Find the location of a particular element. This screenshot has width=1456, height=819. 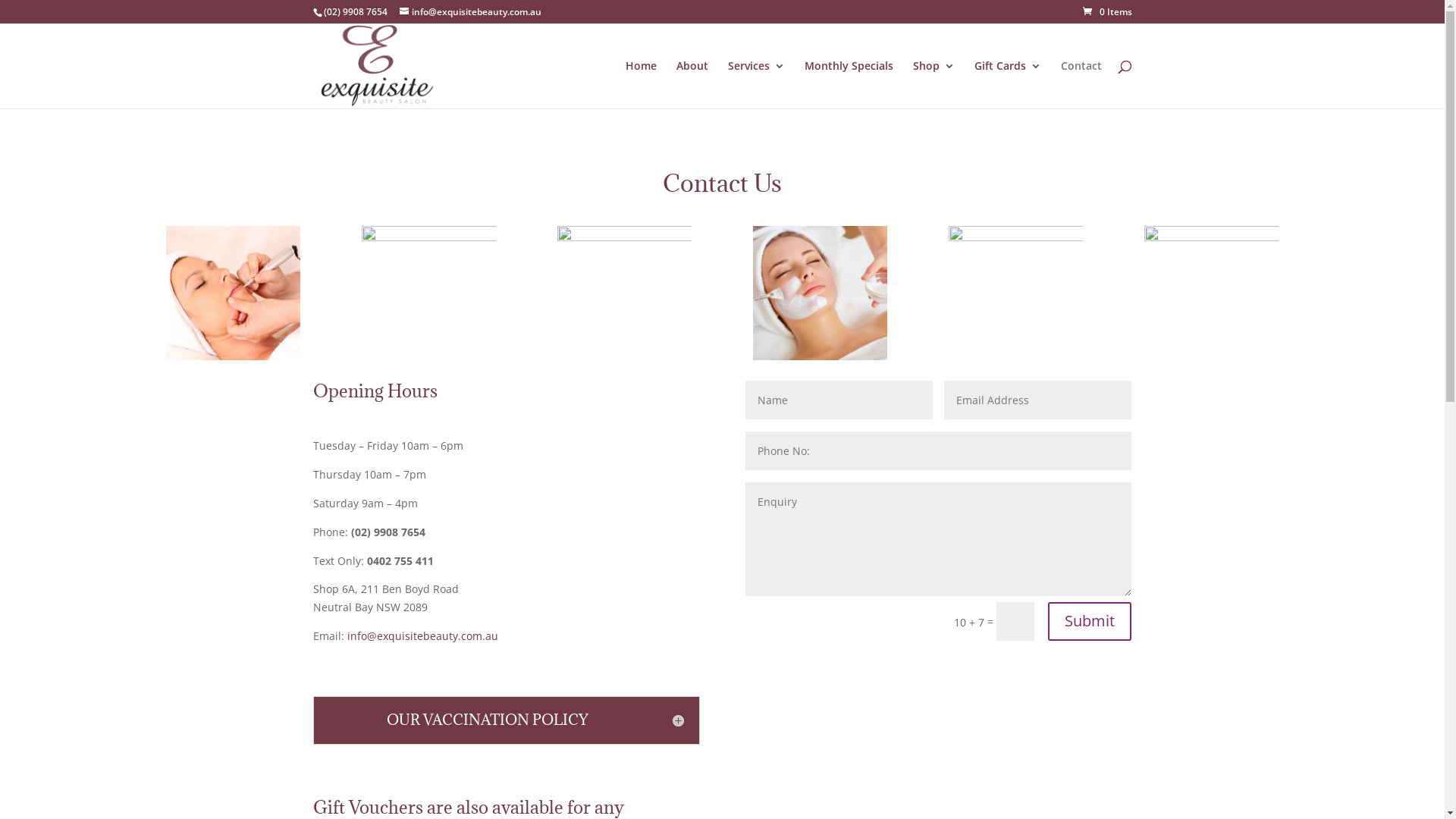

'Contact' is located at coordinates (1080, 84).